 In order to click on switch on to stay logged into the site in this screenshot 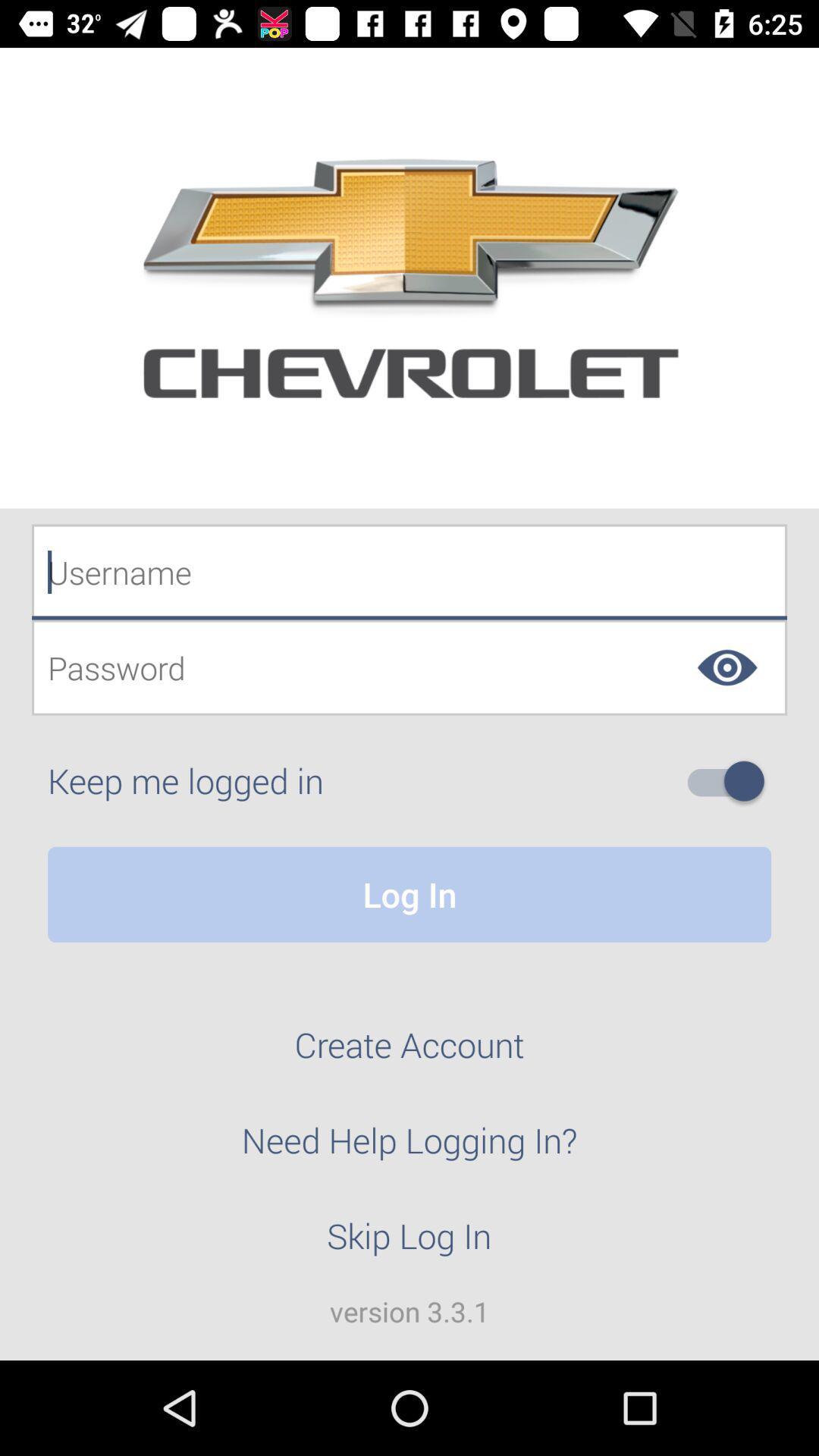, I will do `click(731, 781)`.